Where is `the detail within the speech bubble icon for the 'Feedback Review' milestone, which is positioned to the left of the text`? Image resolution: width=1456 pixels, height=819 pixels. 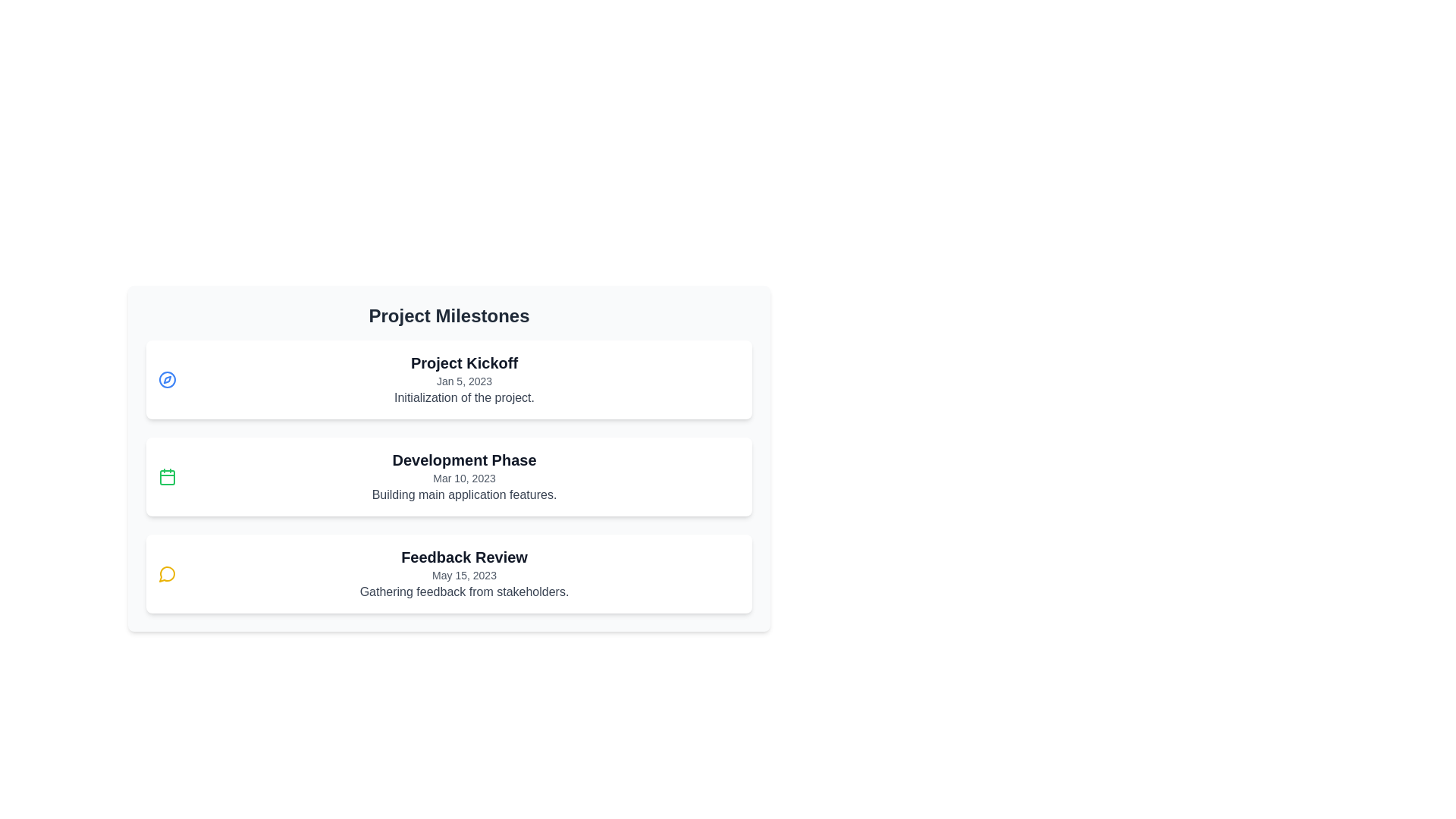 the detail within the speech bubble icon for the 'Feedback Review' milestone, which is positioned to the left of the text is located at coordinates (167, 574).